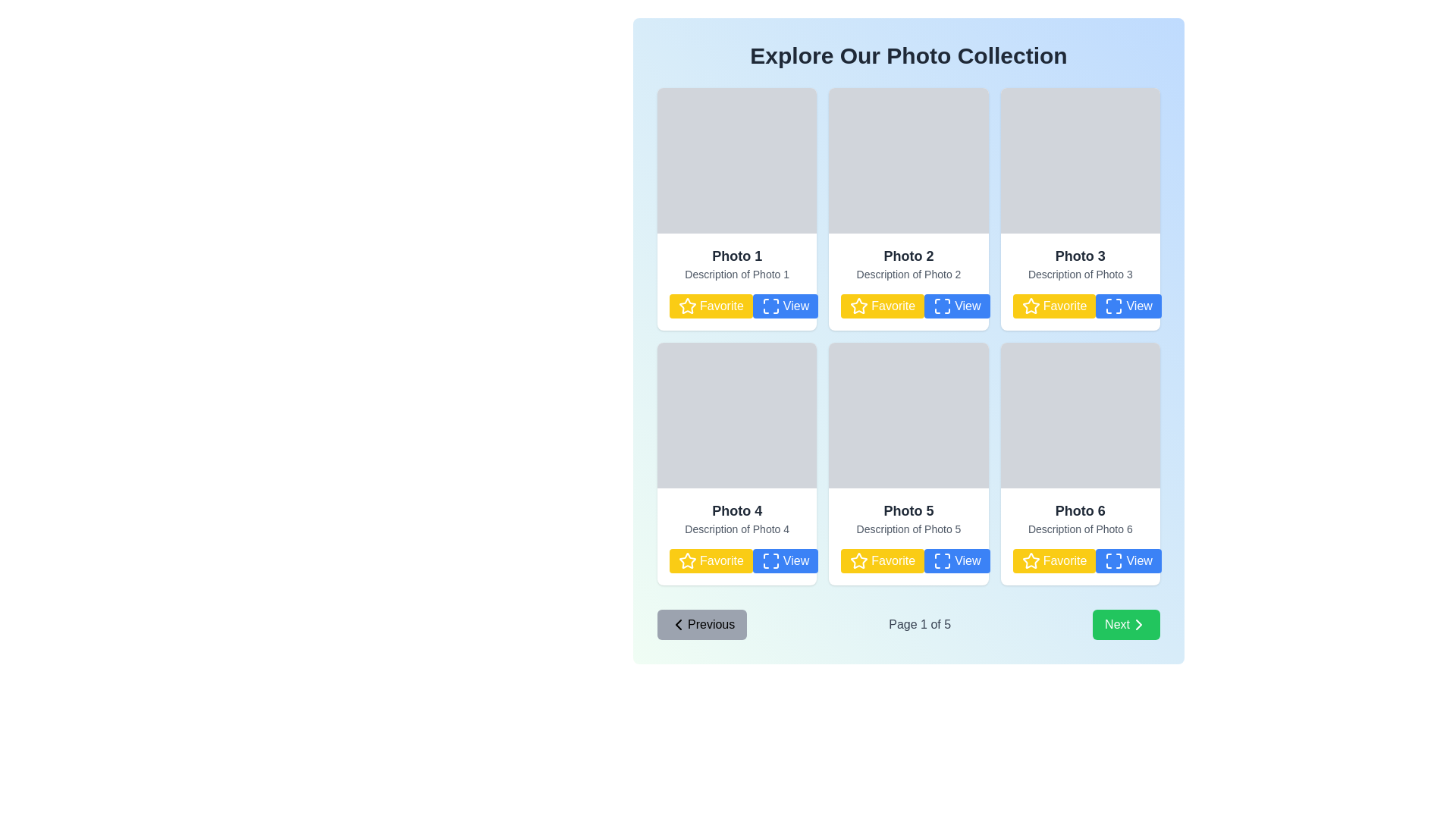 This screenshot has height=819, width=1456. Describe the element at coordinates (737, 536) in the screenshot. I see `textual content of the card displaying metadata about 'Photo 4', located in the bottom-left corner of the photo collection grid` at that location.